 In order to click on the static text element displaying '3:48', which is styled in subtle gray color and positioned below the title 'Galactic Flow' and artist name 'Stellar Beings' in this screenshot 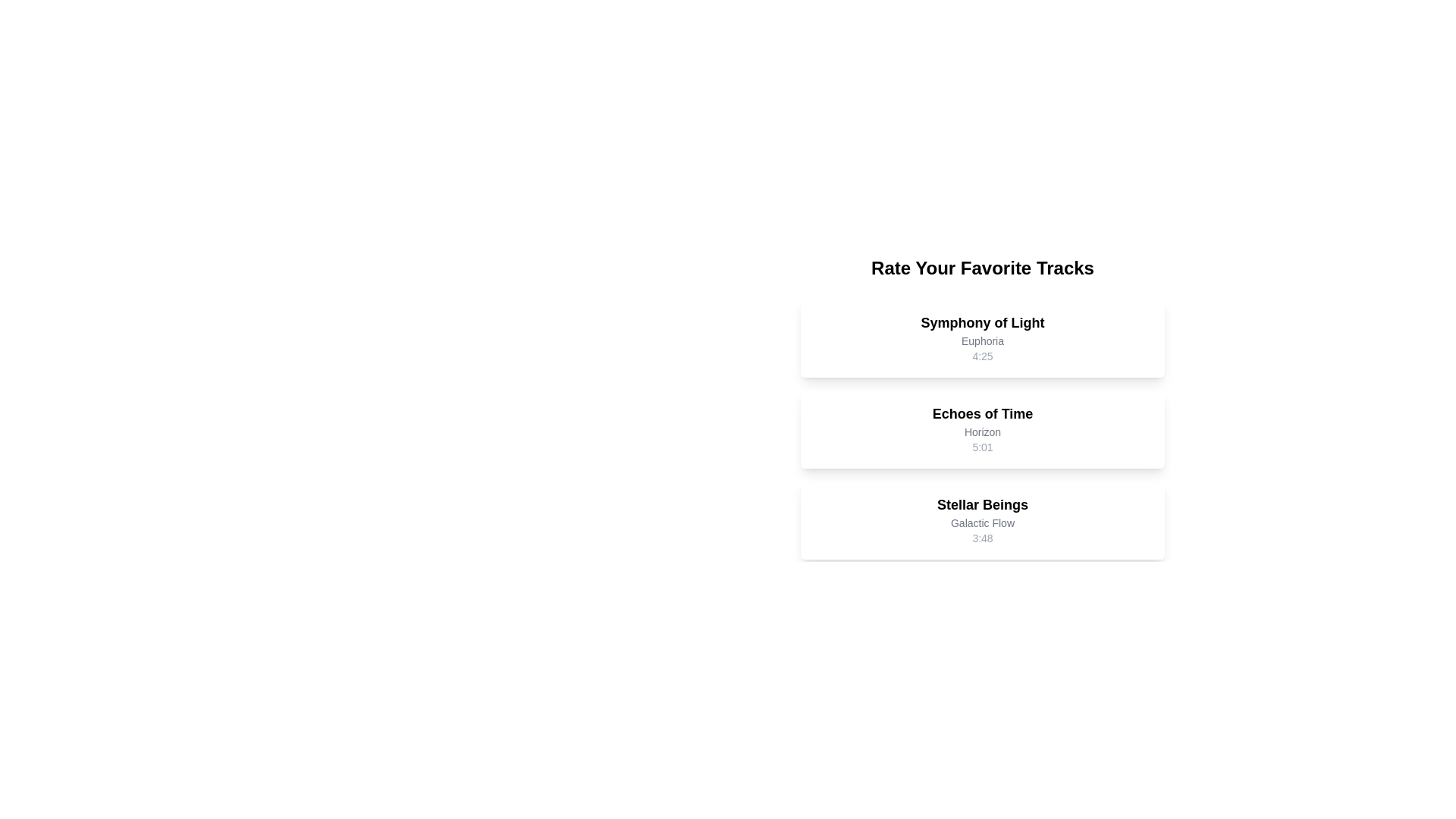, I will do `click(983, 537)`.